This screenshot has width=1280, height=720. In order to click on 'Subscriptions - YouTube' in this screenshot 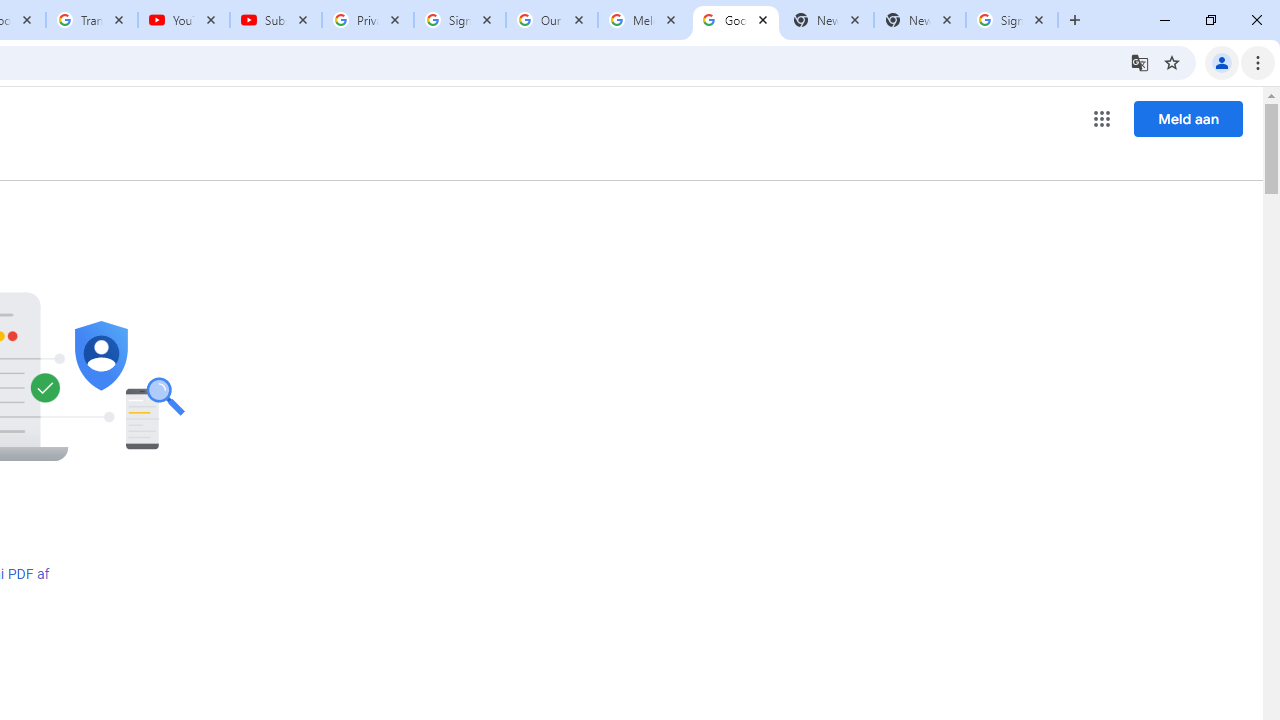, I will do `click(275, 20)`.